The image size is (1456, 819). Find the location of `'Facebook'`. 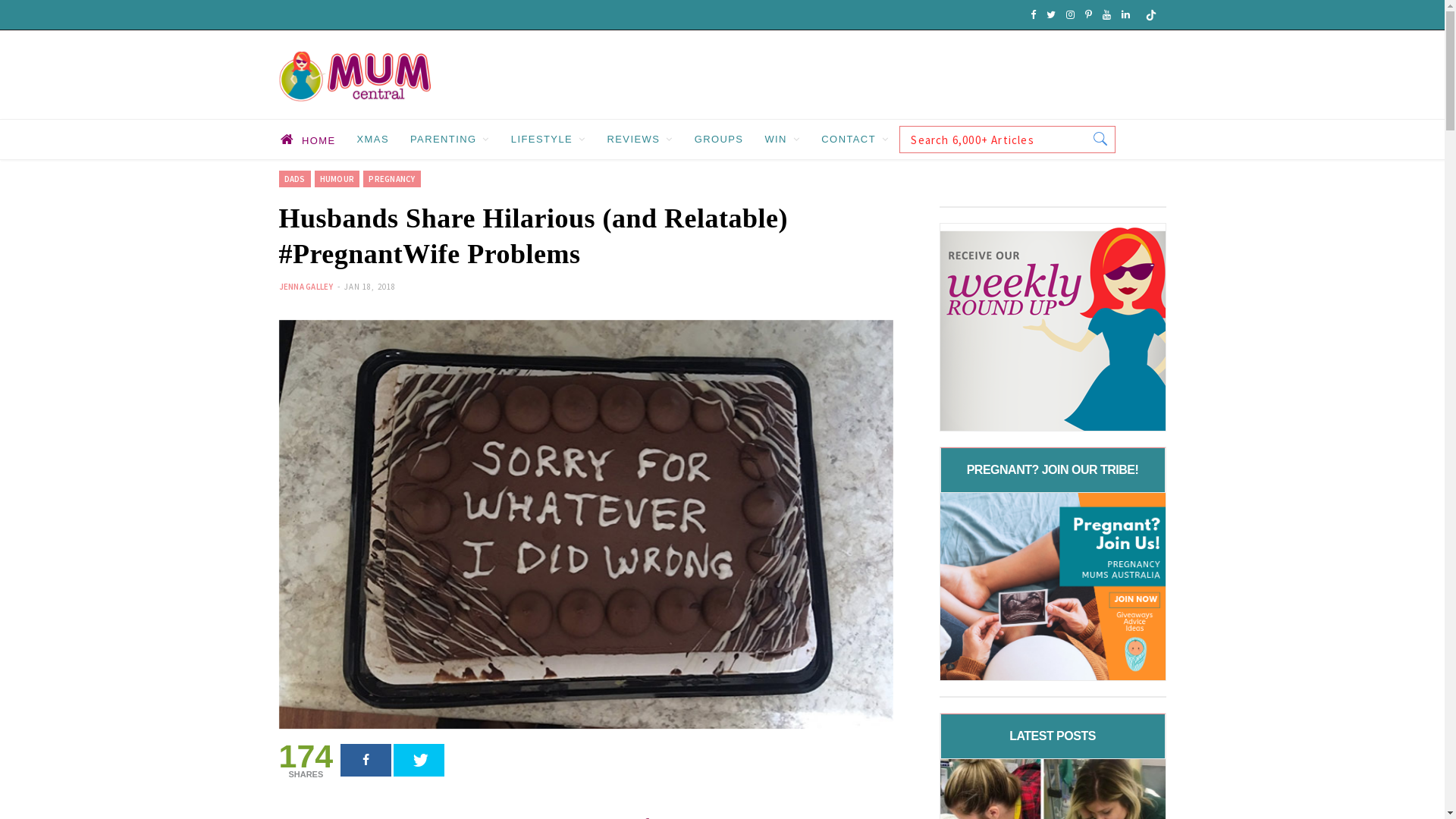

'Facebook' is located at coordinates (366, 760).